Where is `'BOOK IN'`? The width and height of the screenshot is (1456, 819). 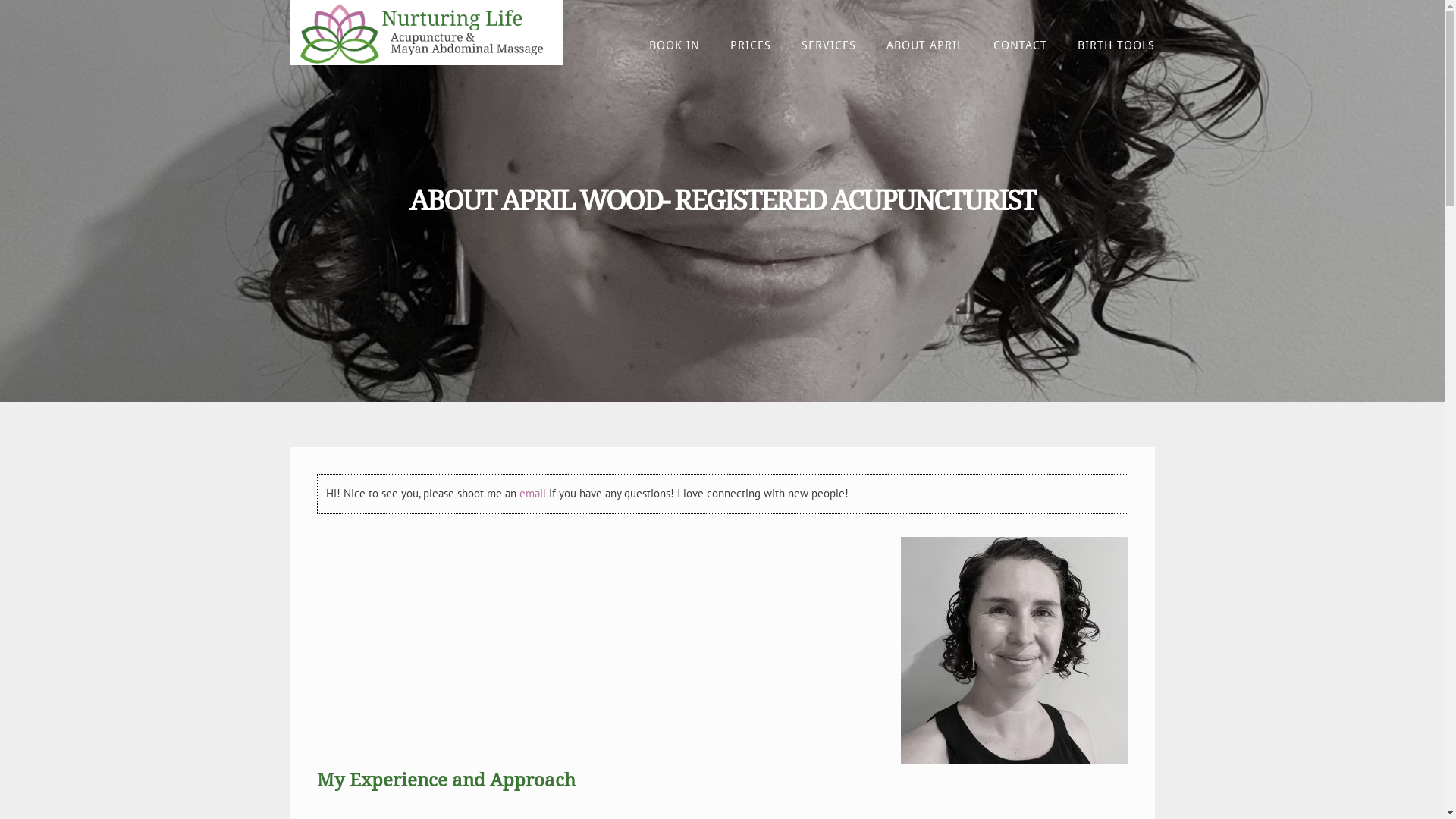 'BOOK IN' is located at coordinates (673, 45).